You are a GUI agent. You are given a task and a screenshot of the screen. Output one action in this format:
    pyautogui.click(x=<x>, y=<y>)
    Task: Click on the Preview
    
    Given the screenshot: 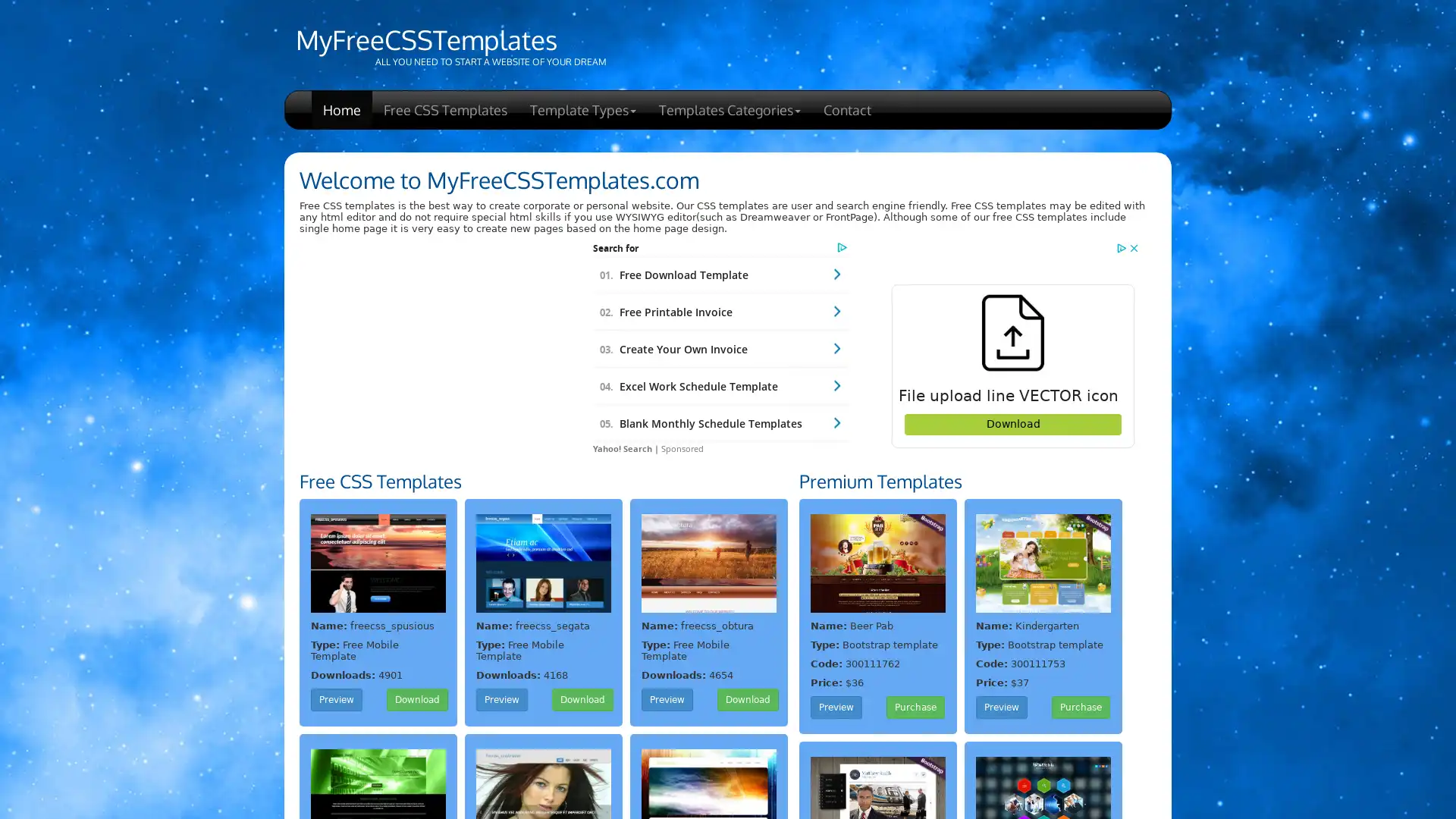 What is the action you would take?
    pyautogui.click(x=836, y=708)
    